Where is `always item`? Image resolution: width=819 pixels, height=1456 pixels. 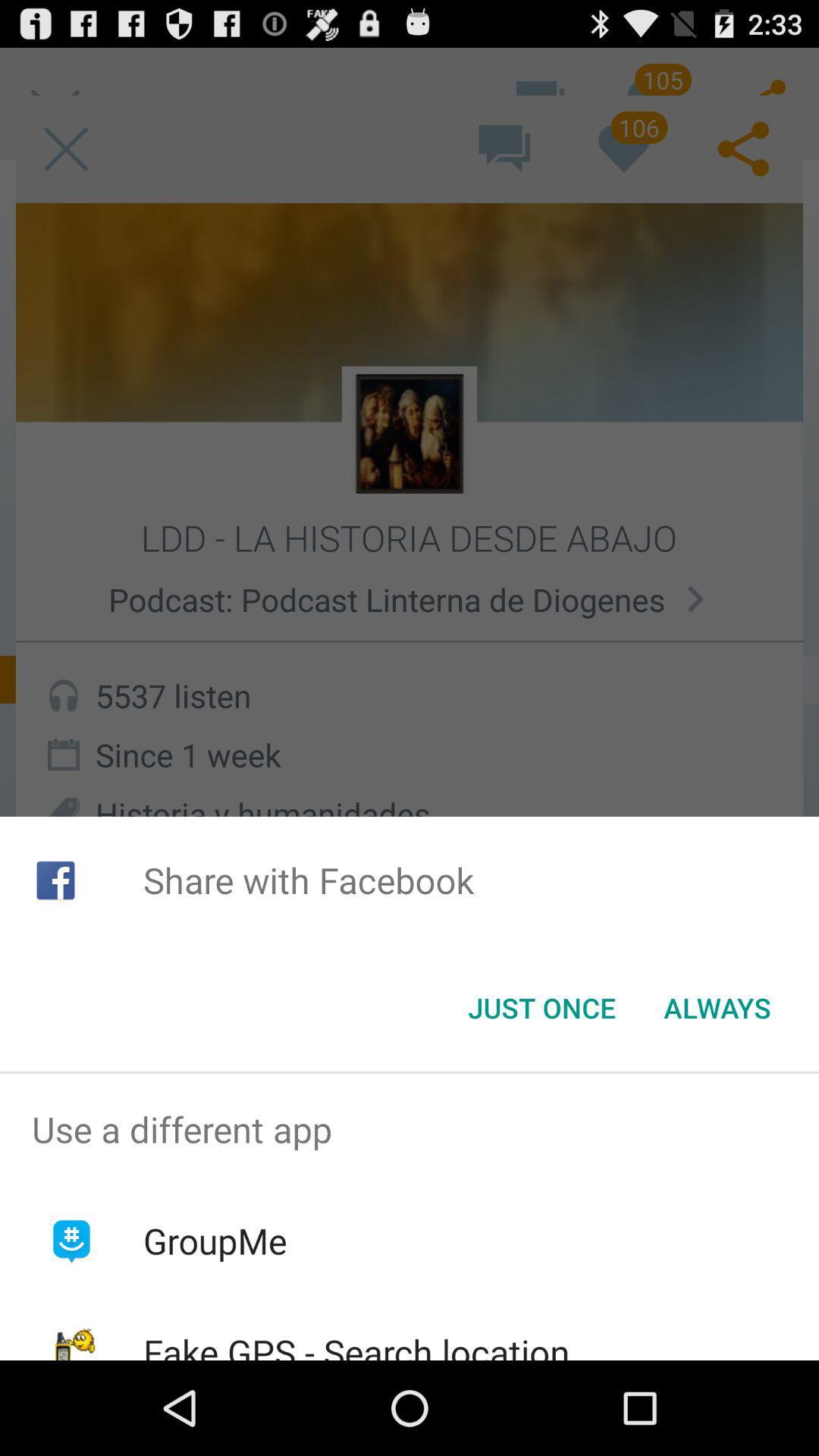
always item is located at coordinates (717, 1008).